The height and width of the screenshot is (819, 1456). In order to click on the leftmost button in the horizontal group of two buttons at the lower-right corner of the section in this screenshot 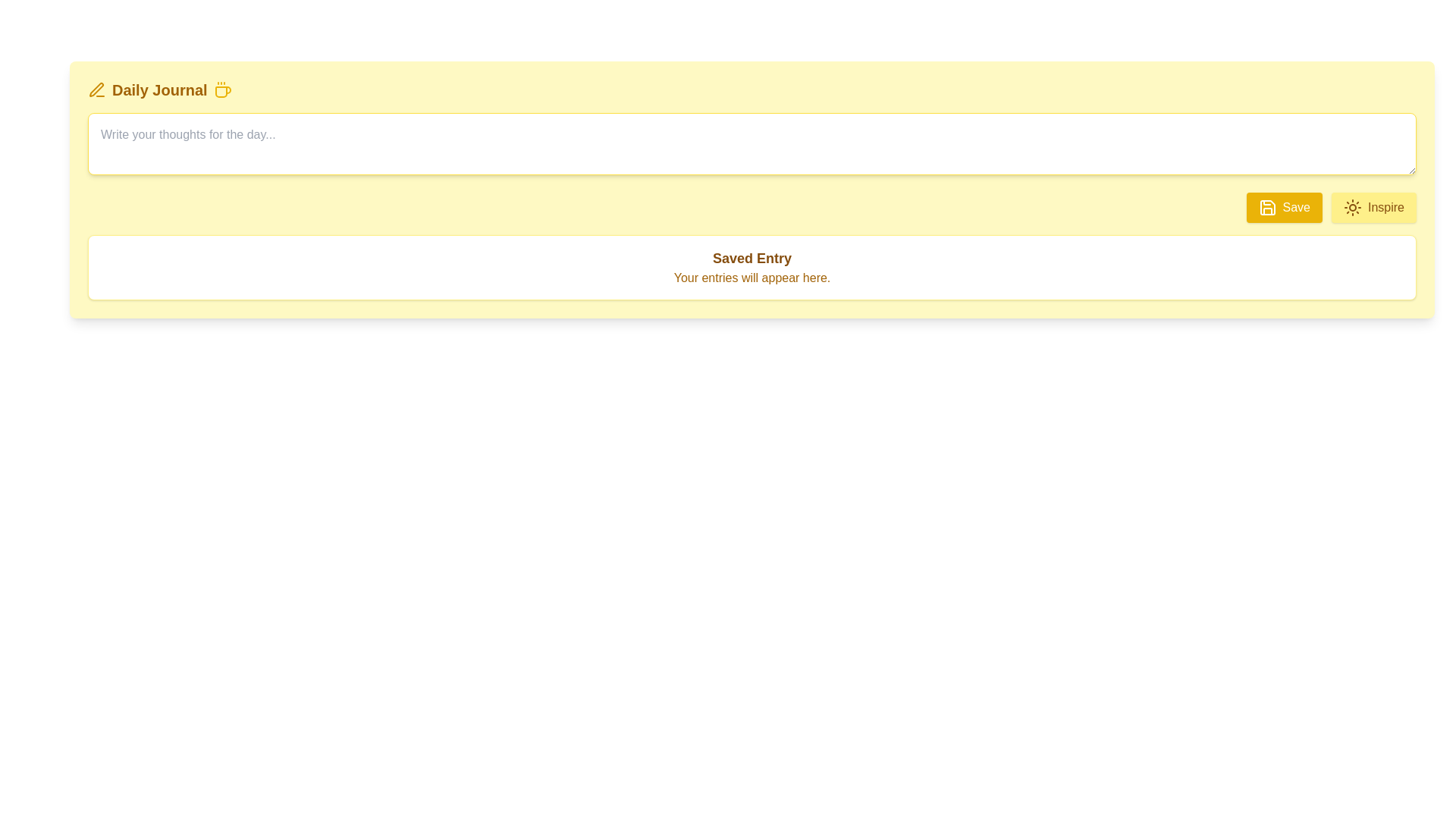, I will do `click(1283, 207)`.